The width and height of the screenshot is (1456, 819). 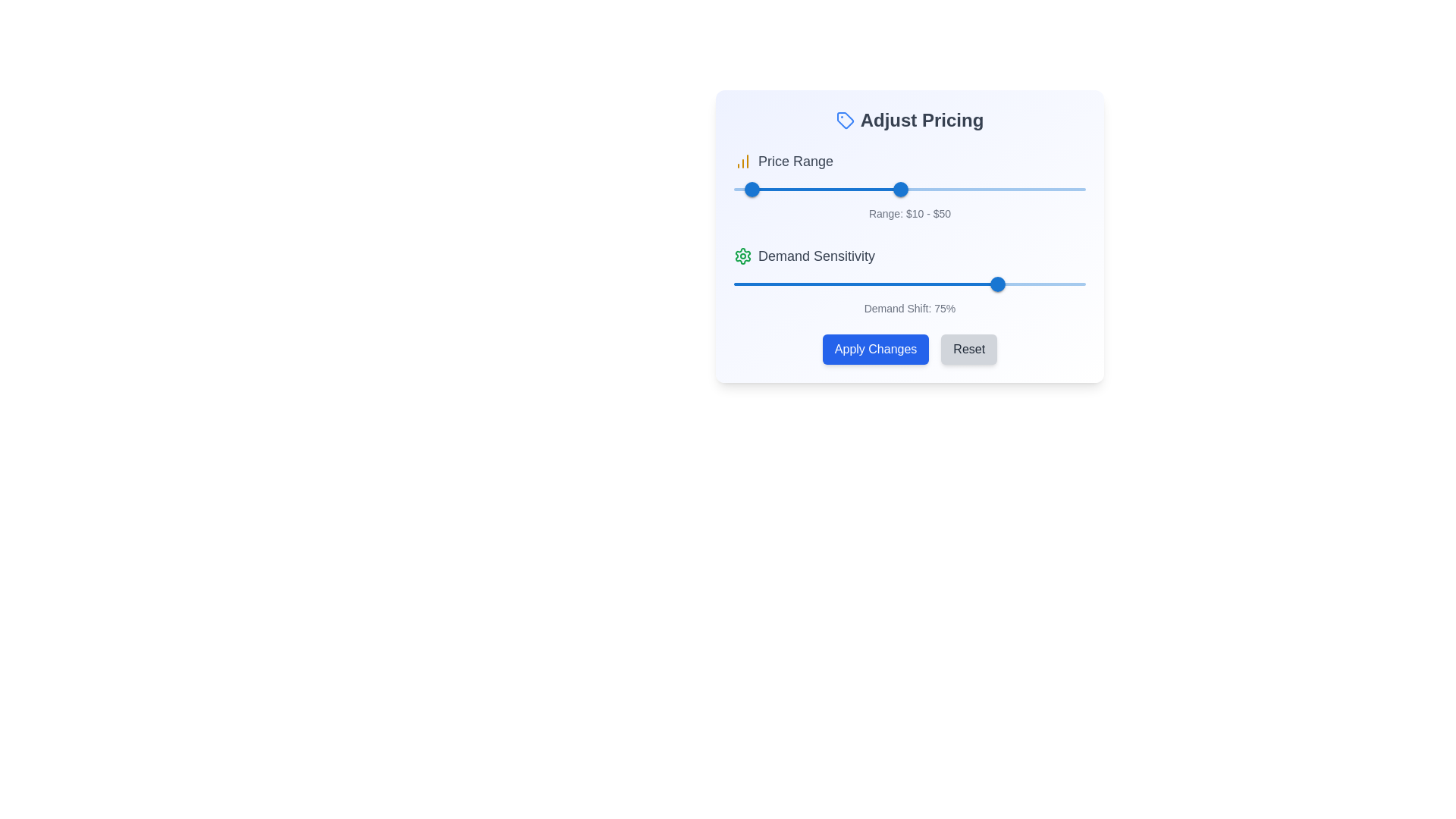 I want to click on the red slider rail located in the 'Demand Sensitivity' section, which is positioned above the slider's track and thumb of the second slider component, so click(x=910, y=284).